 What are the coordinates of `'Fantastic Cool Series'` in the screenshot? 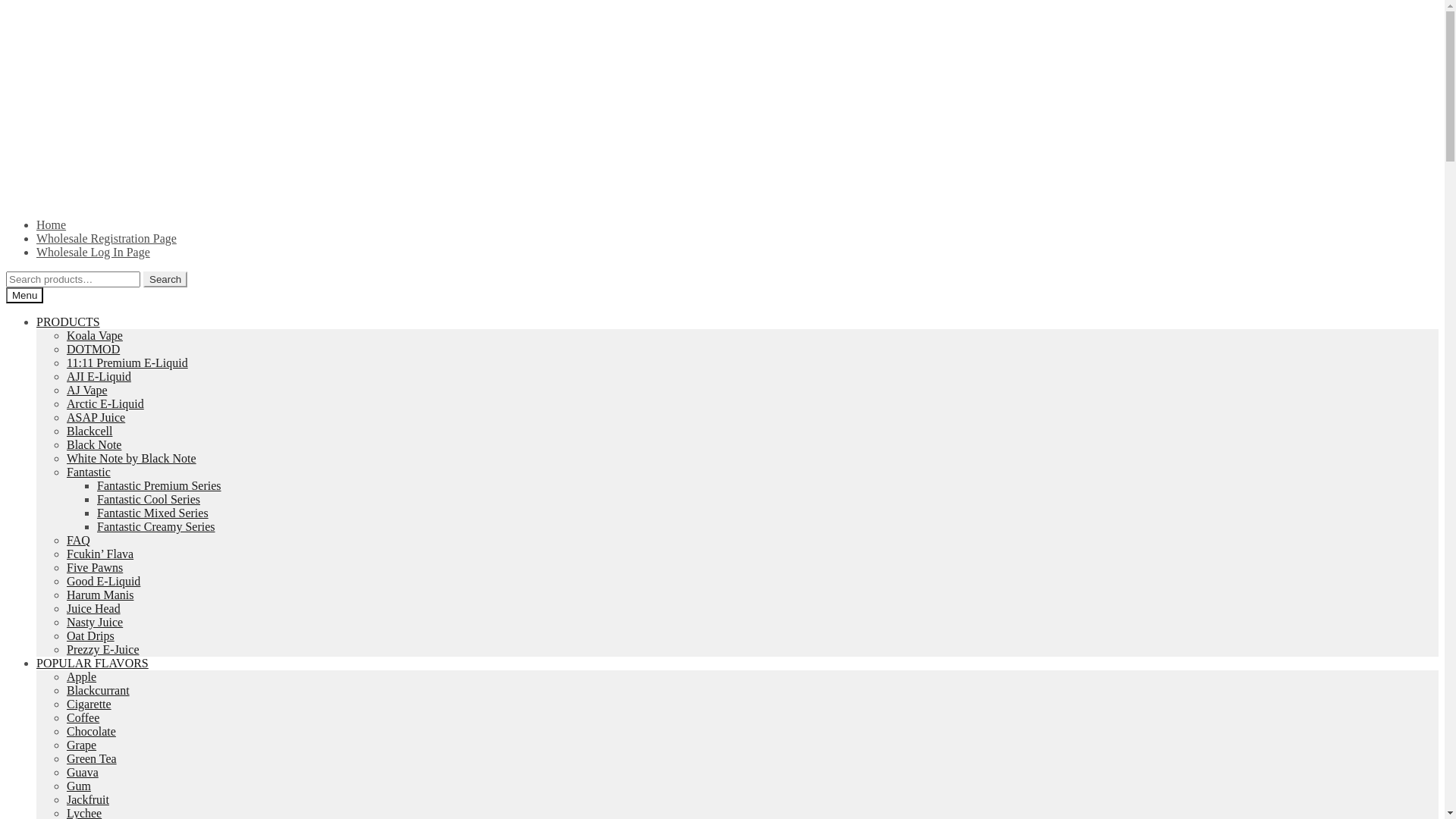 It's located at (149, 499).